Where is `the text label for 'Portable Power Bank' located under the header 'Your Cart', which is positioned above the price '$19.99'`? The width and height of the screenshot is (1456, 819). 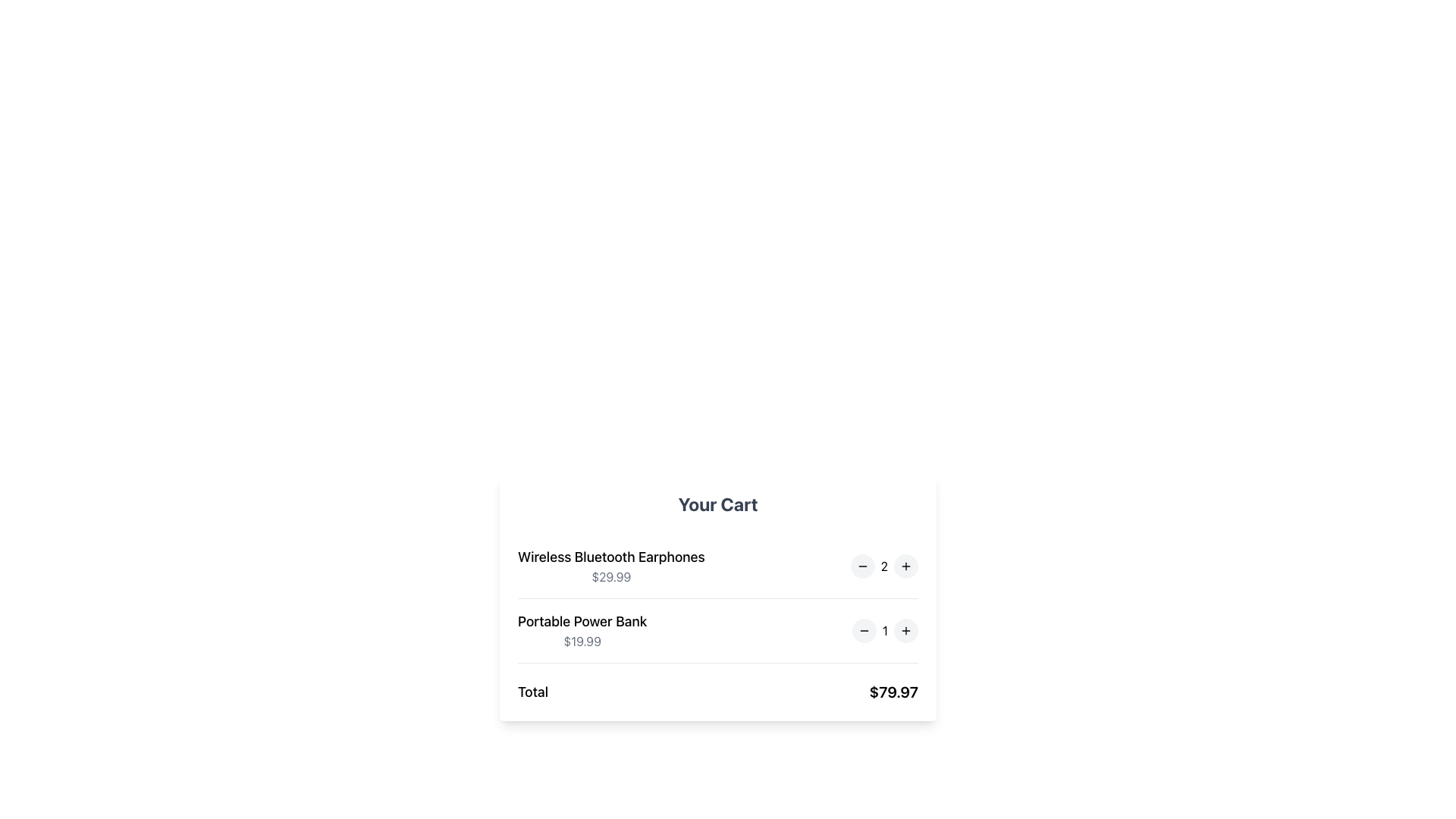 the text label for 'Portable Power Bank' located under the header 'Your Cart', which is positioned above the price '$19.99' is located at coordinates (582, 622).